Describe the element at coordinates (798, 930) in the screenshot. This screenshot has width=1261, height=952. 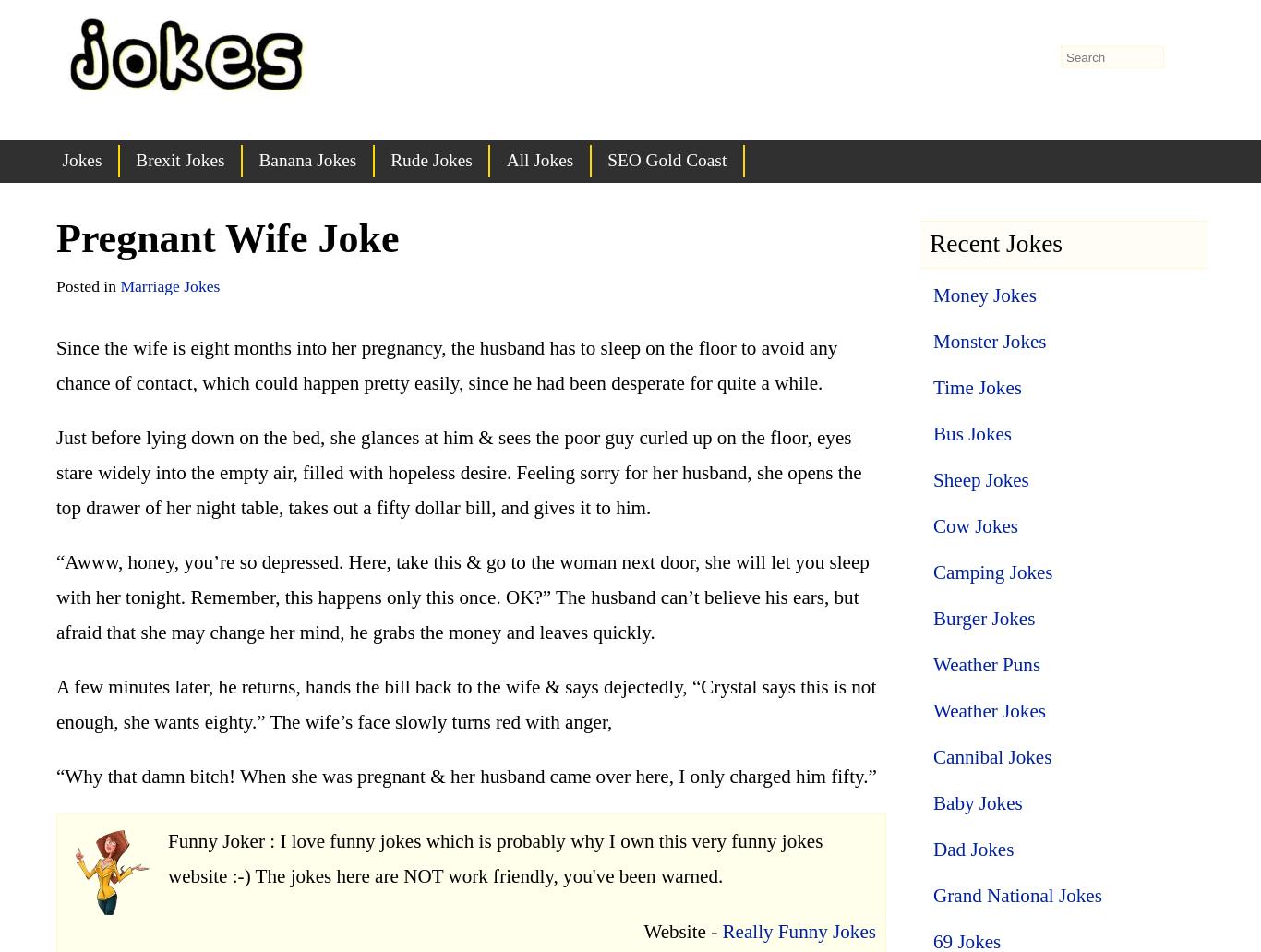
I see `'Really Funny Jokes'` at that location.